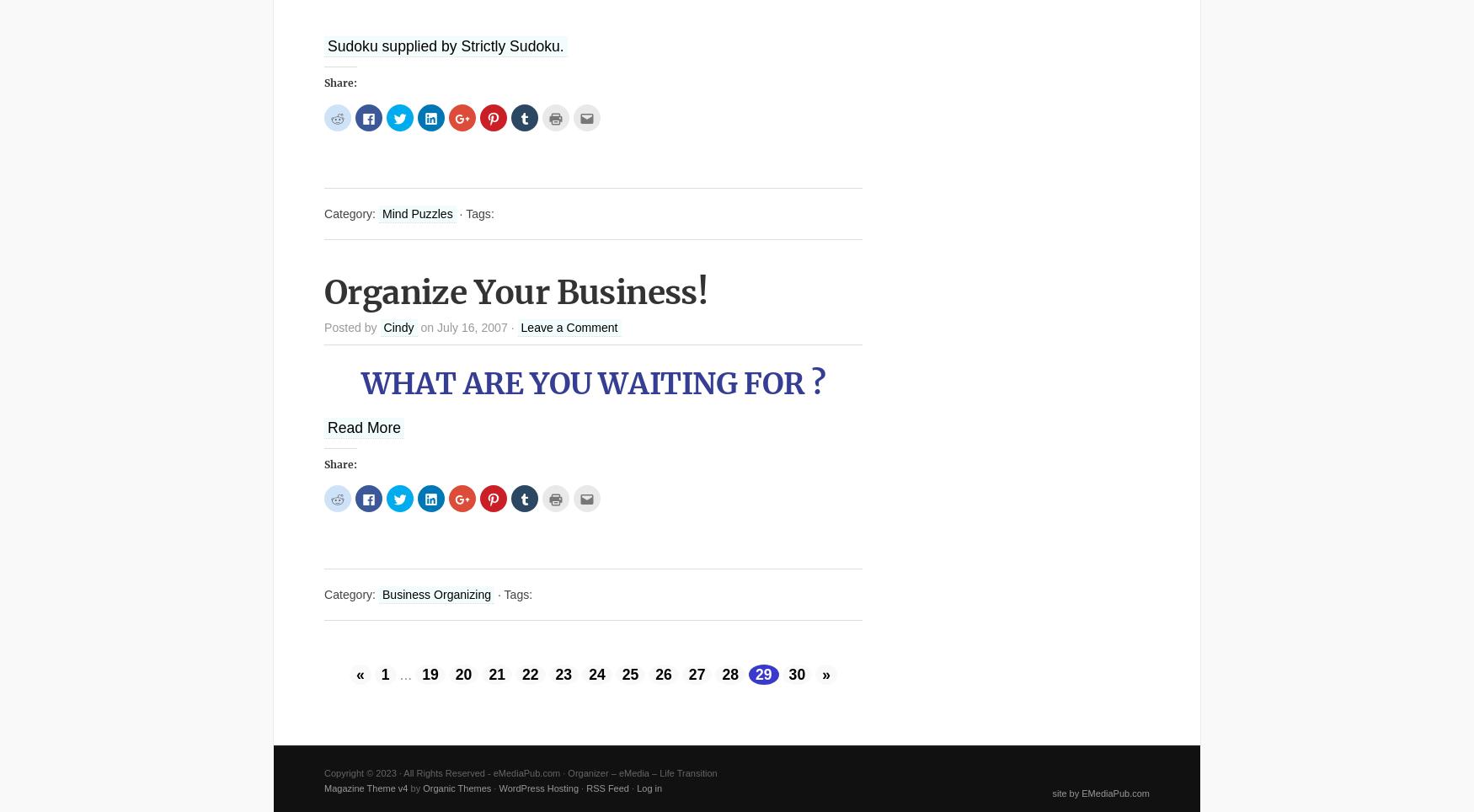 The height and width of the screenshot is (812, 1474). What do you see at coordinates (421, 674) in the screenshot?
I see `'19'` at bounding box center [421, 674].